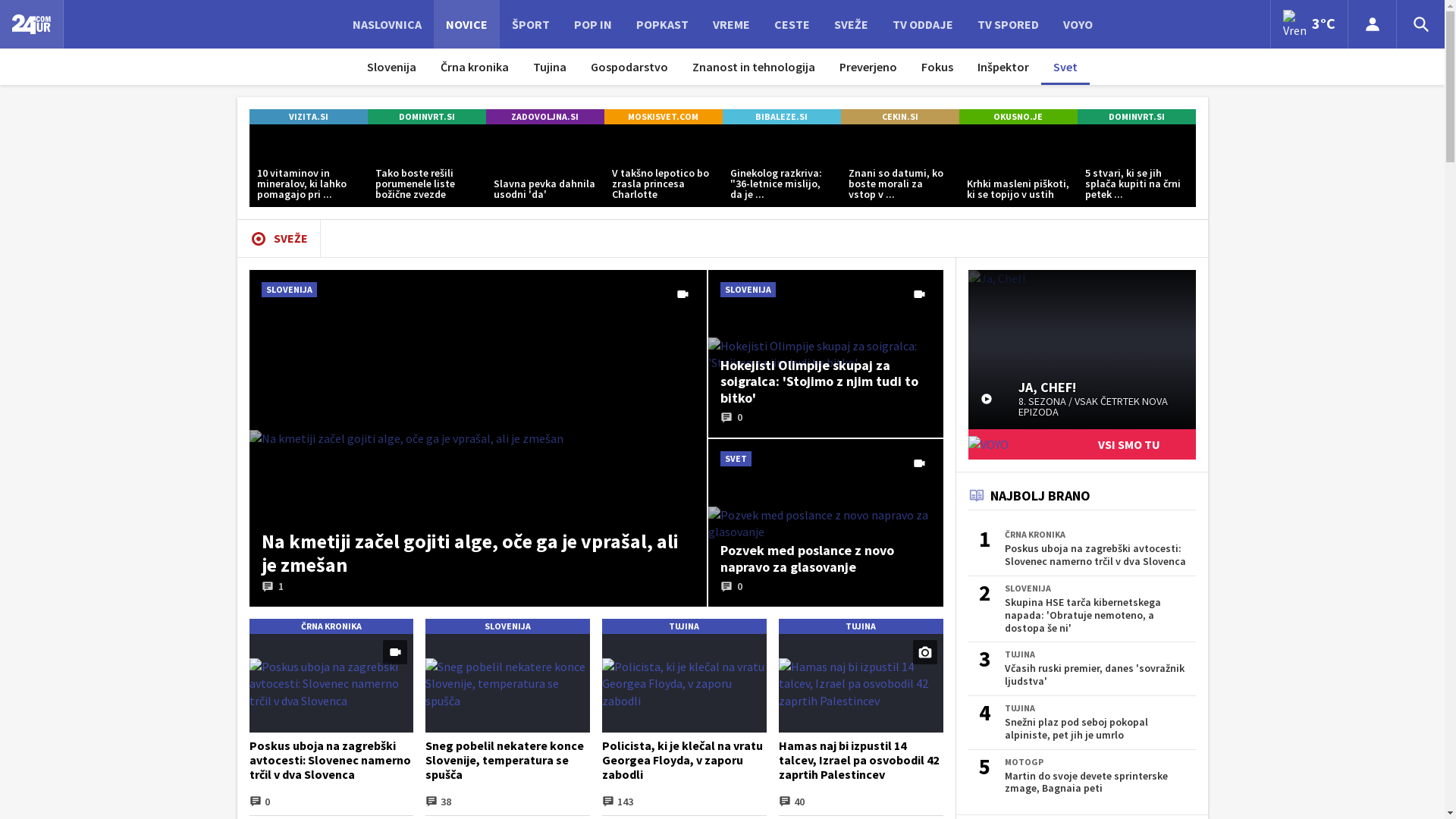 Image resolution: width=1456 pixels, height=819 pixels. Describe the element at coordinates (544, 116) in the screenshot. I see `'ZADOVOLJNA.SI'` at that location.